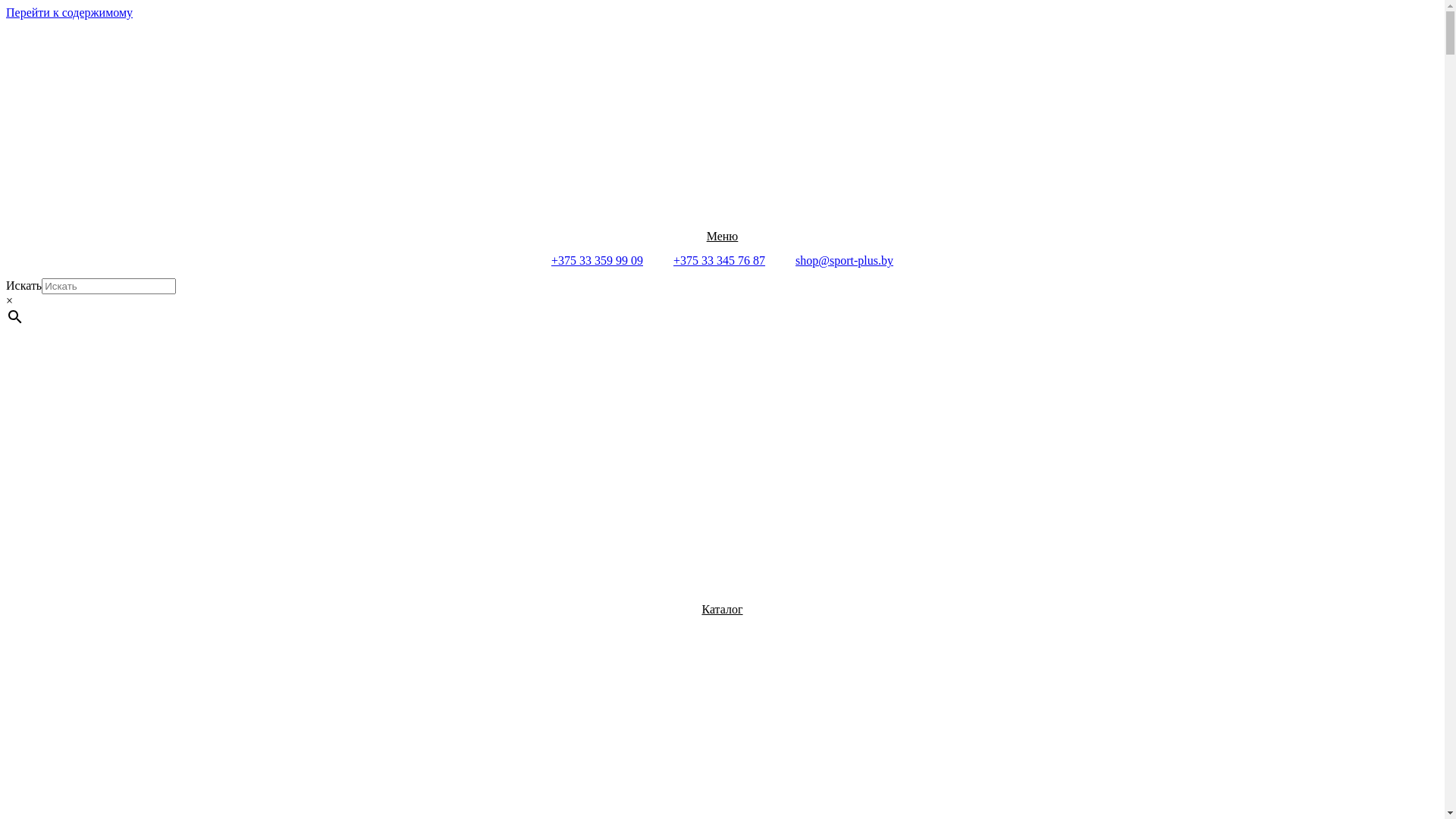 This screenshot has height=819, width=1456. What do you see at coordinates (843, 259) in the screenshot?
I see `'shop@sport-plus.by'` at bounding box center [843, 259].